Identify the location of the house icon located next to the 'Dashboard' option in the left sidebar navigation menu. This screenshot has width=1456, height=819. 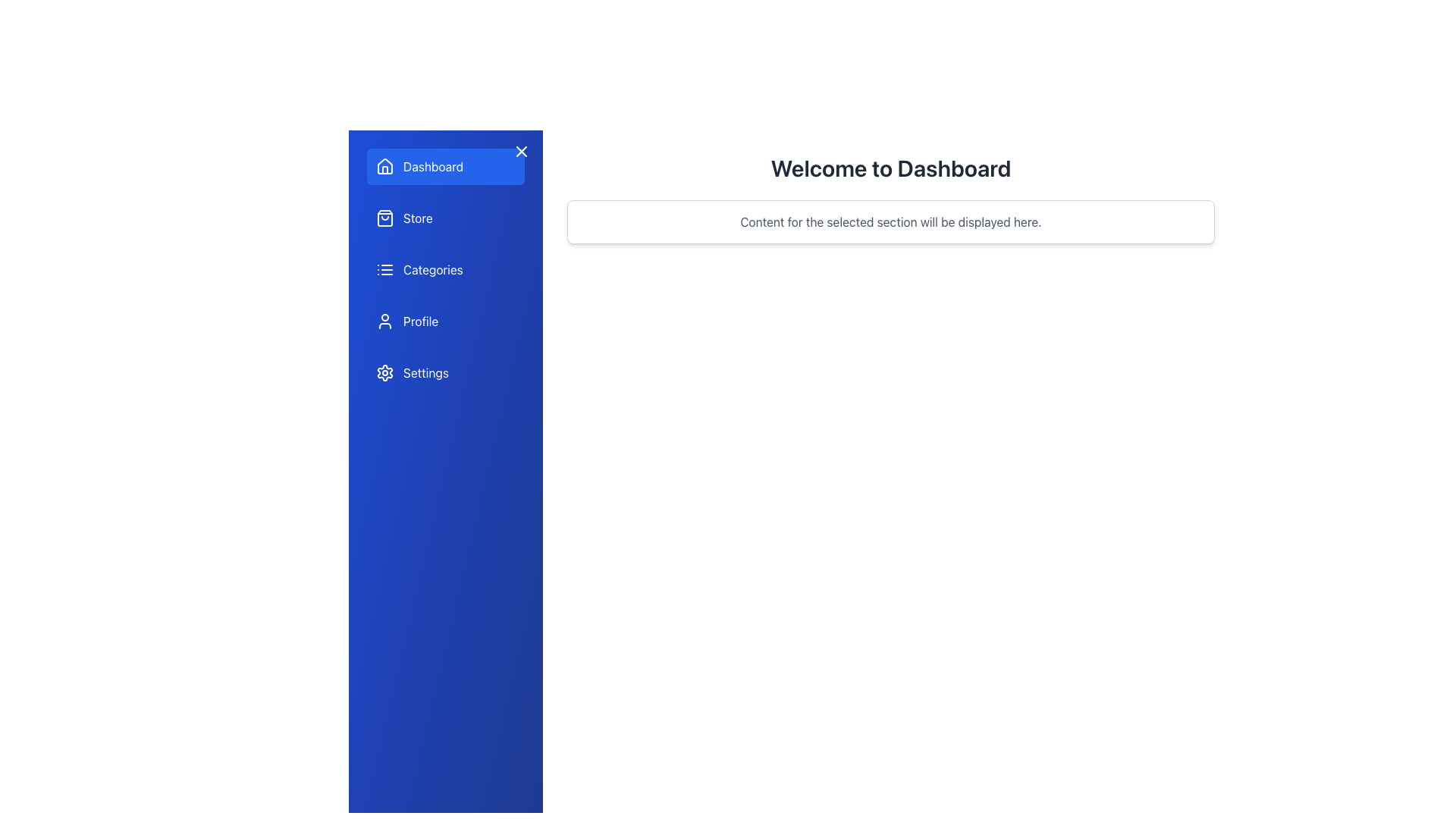
(385, 166).